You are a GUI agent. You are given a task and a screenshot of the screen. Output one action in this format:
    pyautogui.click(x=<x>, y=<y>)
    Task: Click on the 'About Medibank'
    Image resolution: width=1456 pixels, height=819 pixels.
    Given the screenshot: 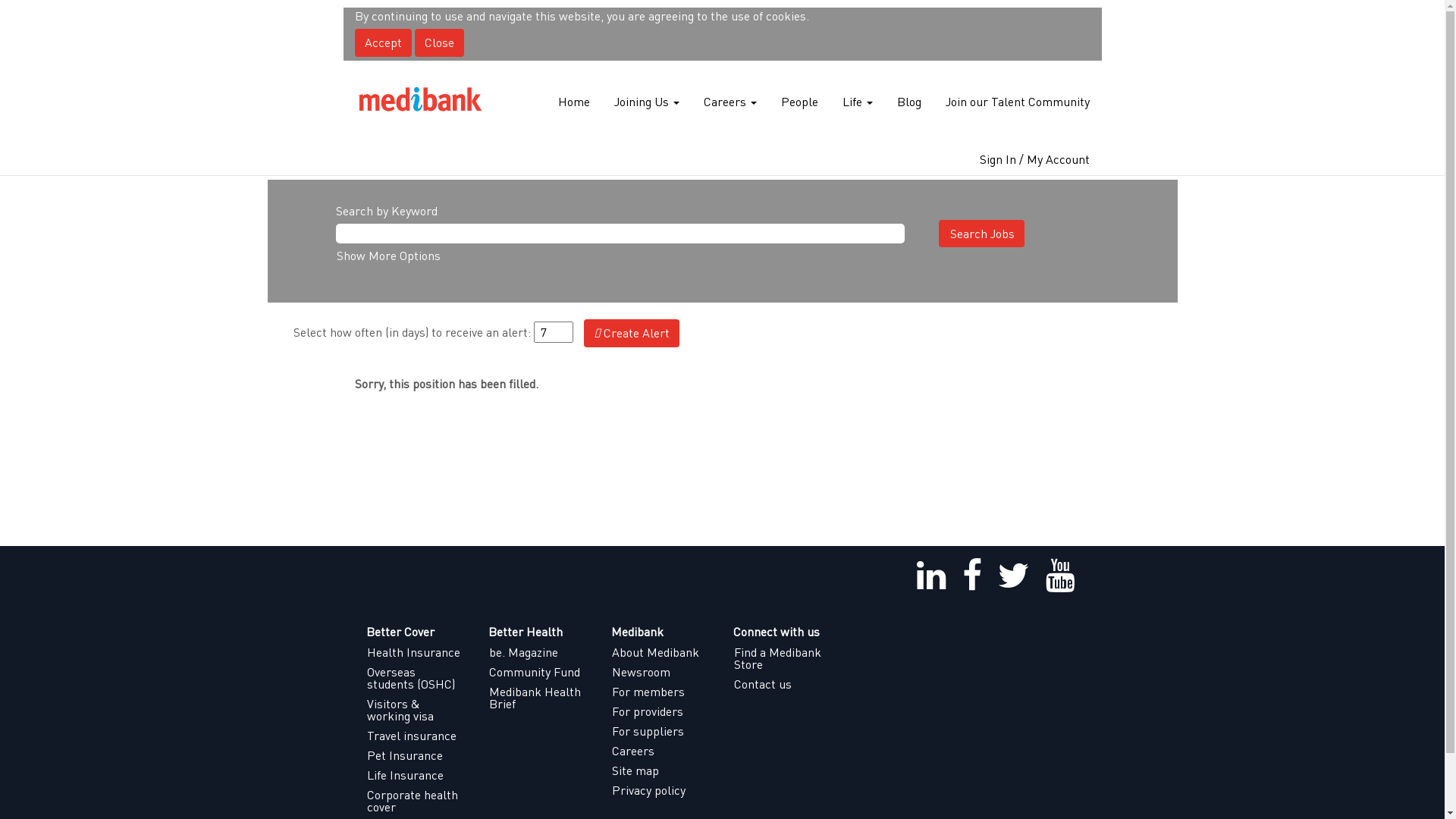 What is the action you would take?
    pyautogui.click(x=611, y=651)
    